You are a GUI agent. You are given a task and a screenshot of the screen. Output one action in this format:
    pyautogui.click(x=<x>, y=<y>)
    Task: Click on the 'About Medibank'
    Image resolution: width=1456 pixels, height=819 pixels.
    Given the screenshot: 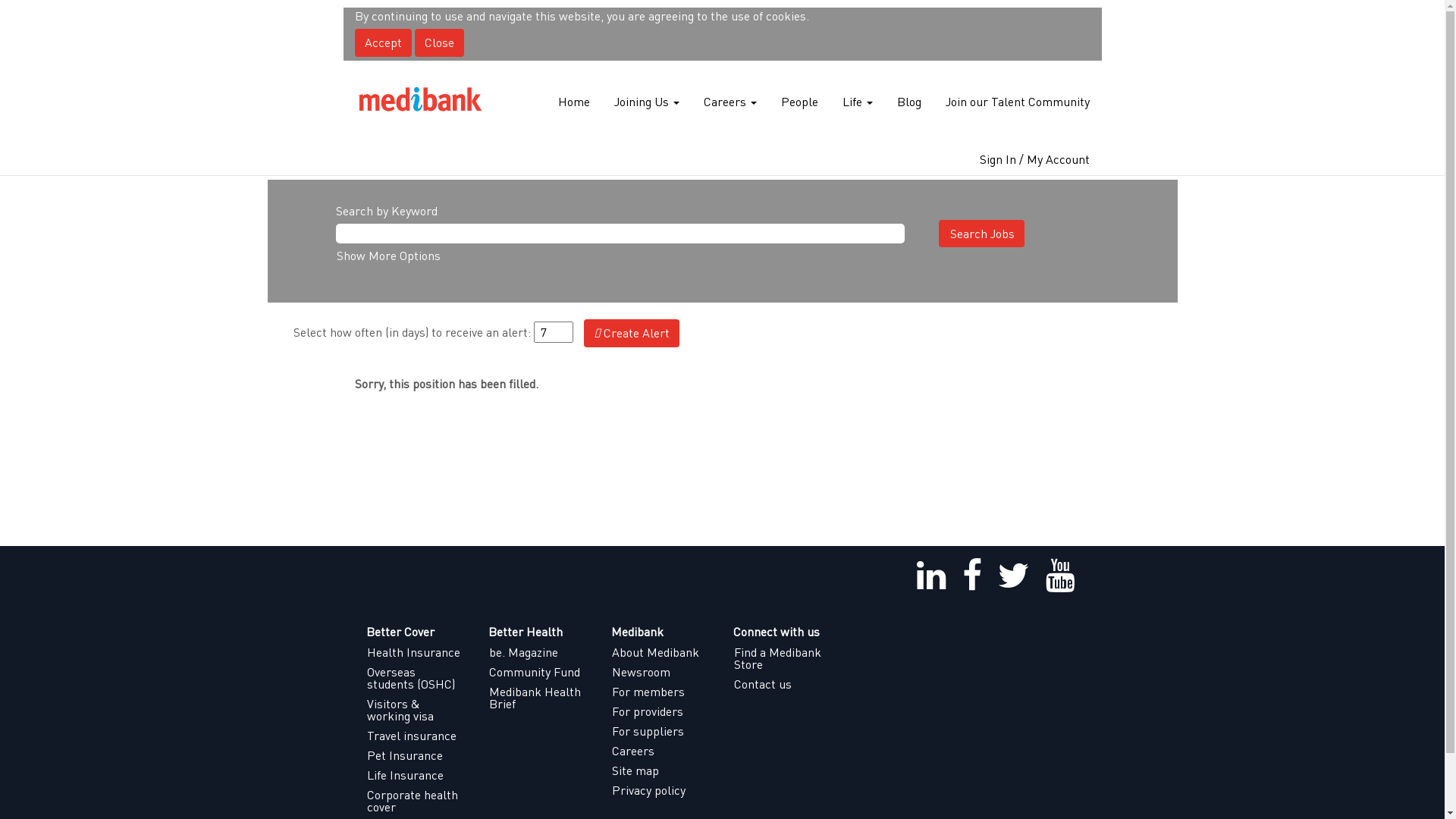 What is the action you would take?
    pyautogui.click(x=611, y=651)
    